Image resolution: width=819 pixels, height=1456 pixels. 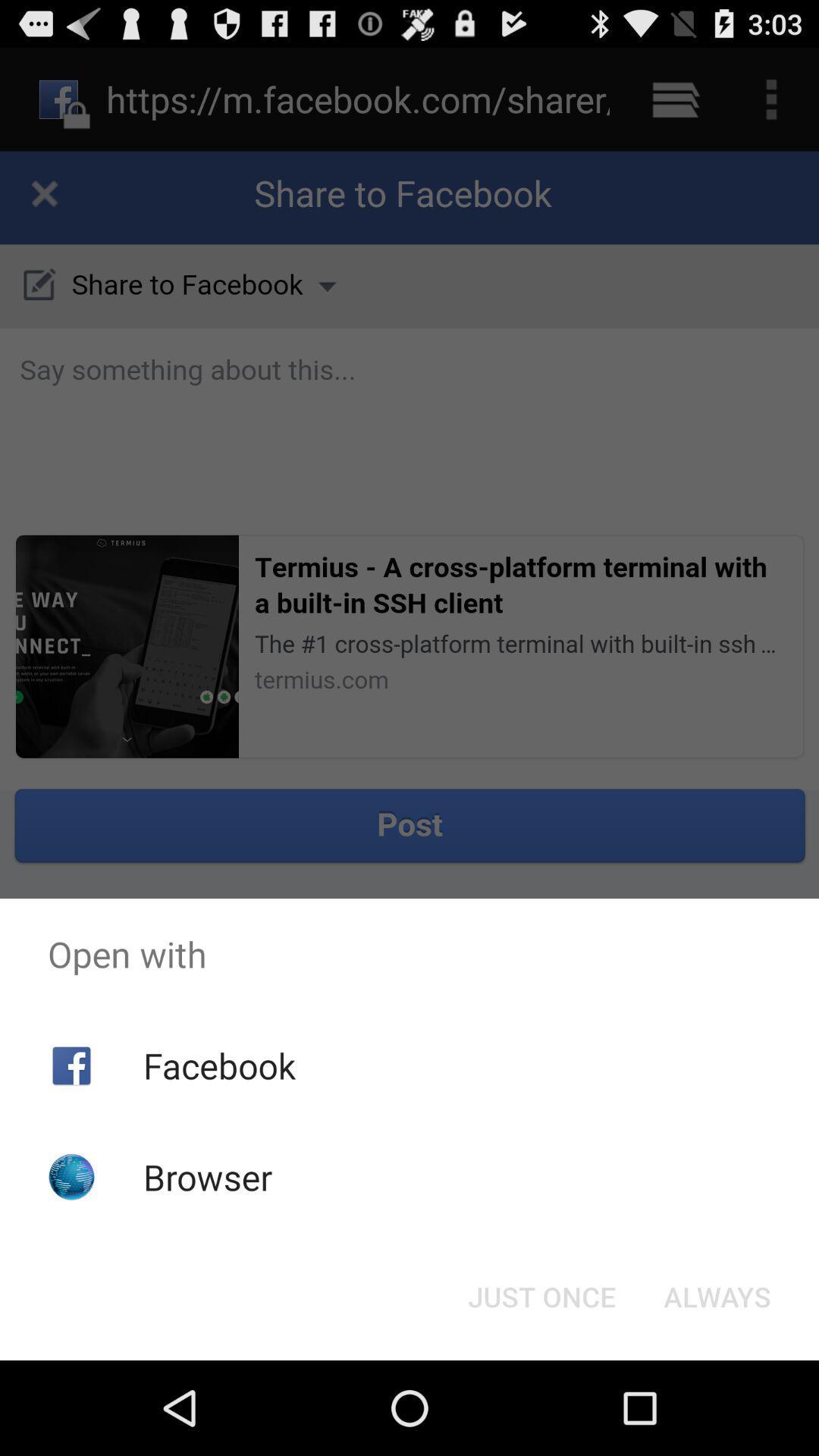 What do you see at coordinates (208, 1176) in the screenshot?
I see `icon below the facebook app` at bounding box center [208, 1176].